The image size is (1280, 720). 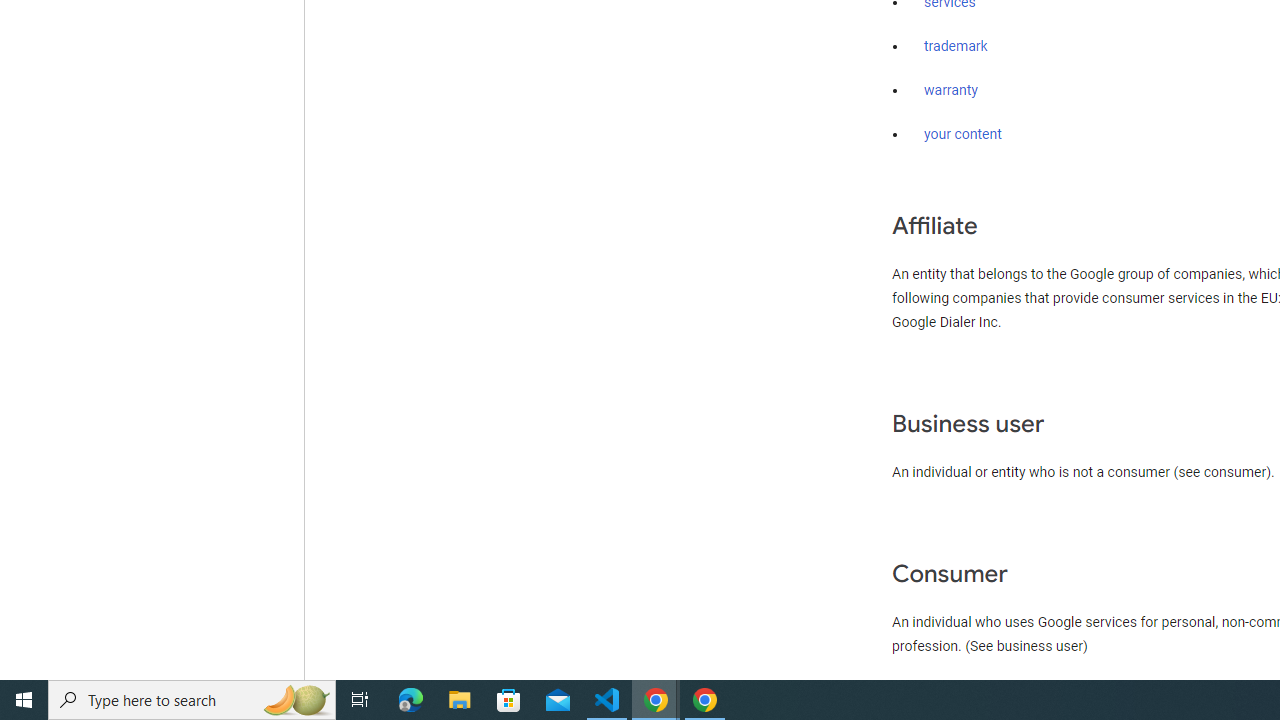 What do you see at coordinates (955, 46) in the screenshot?
I see `'trademark'` at bounding box center [955, 46].